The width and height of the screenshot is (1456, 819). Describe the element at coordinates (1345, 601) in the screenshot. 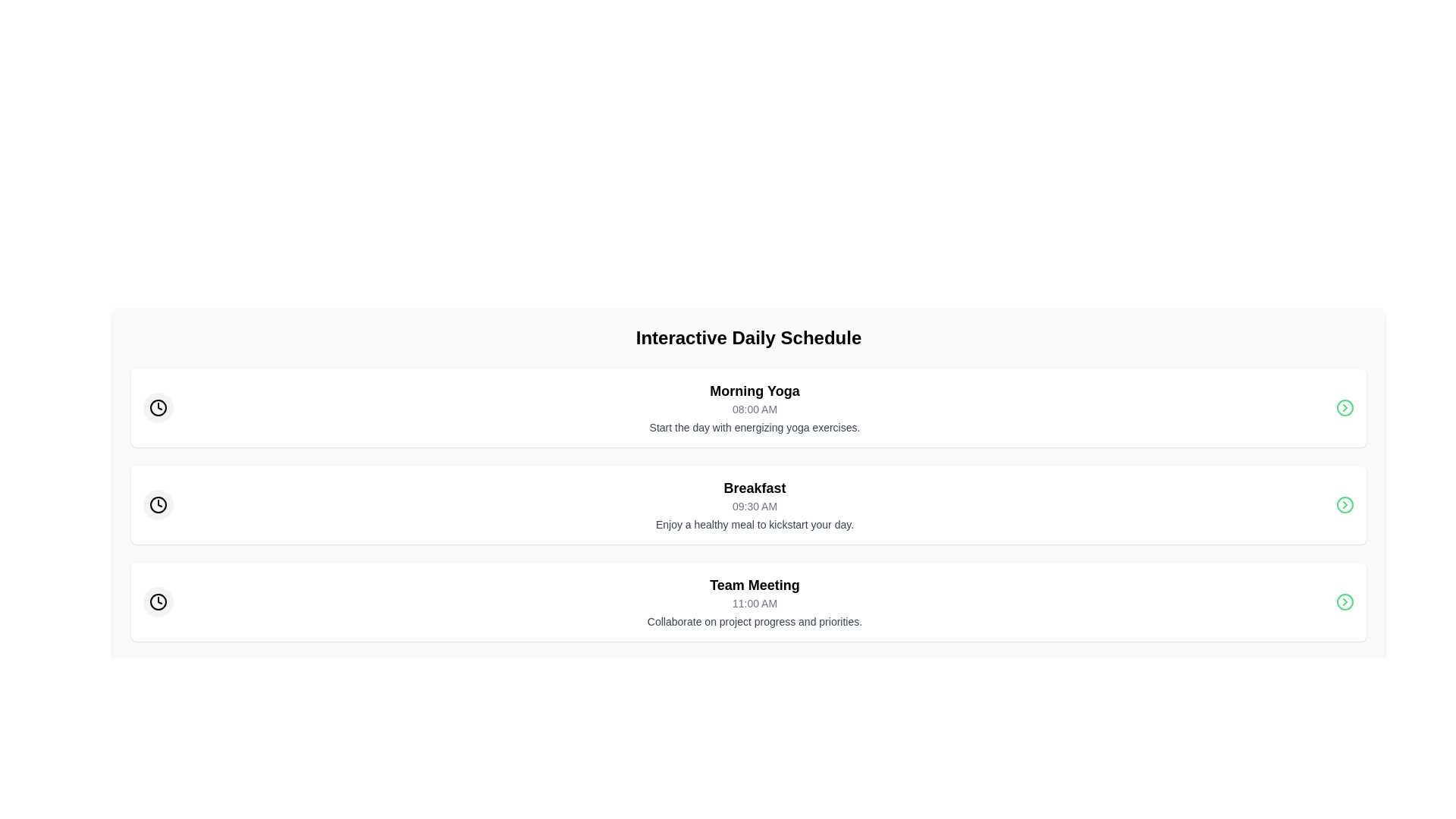

I see `the inner circular part of the icon for 'Team Meeting' located at the far right of the last row, which visually represents a completion status` at that location.